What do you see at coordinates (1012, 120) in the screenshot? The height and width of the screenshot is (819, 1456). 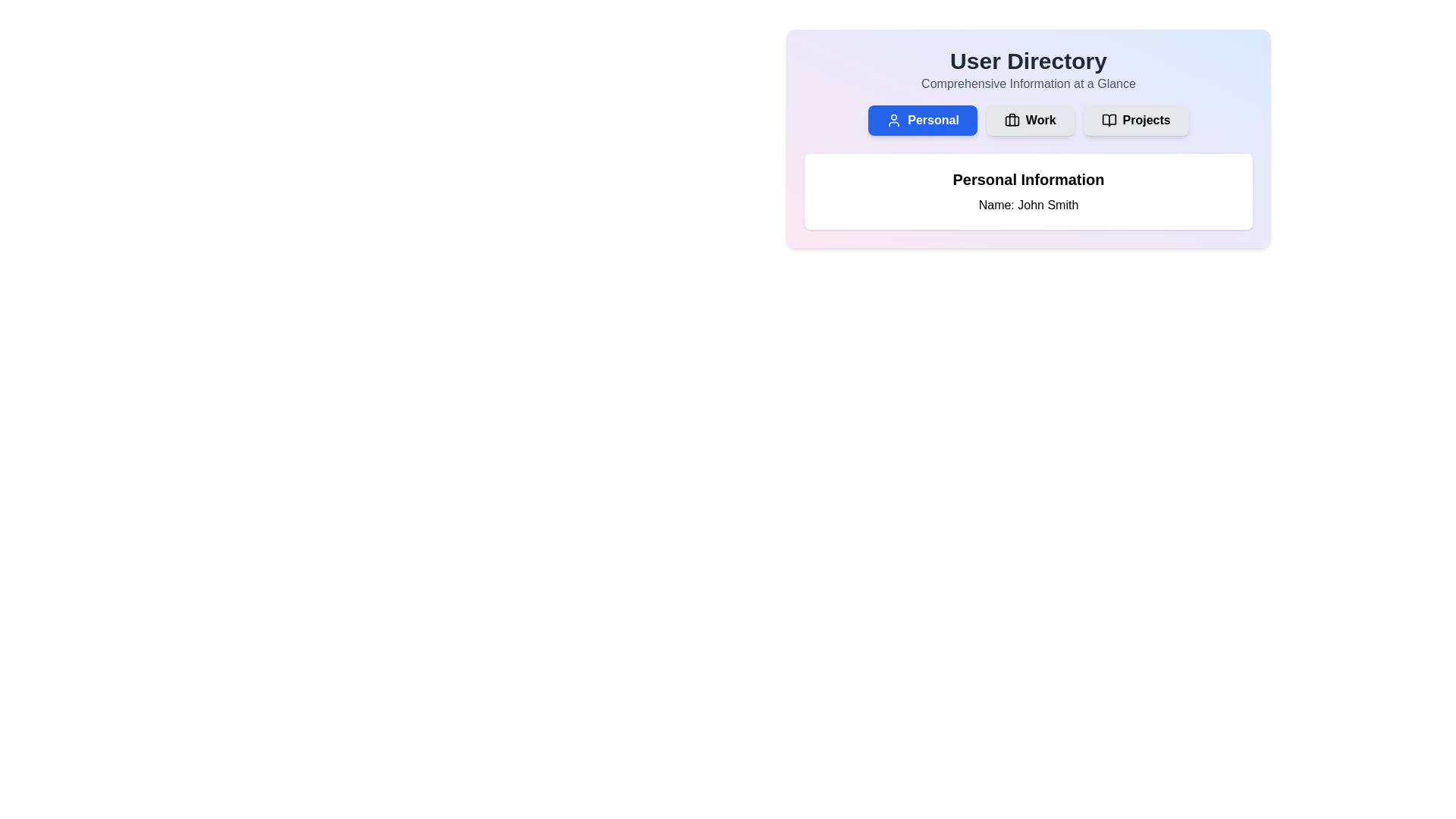 I see `the SVG rectangle element representing the briefcase icon in the 'Work' section of the main navigation bar` at bounding box center [1012, 120].